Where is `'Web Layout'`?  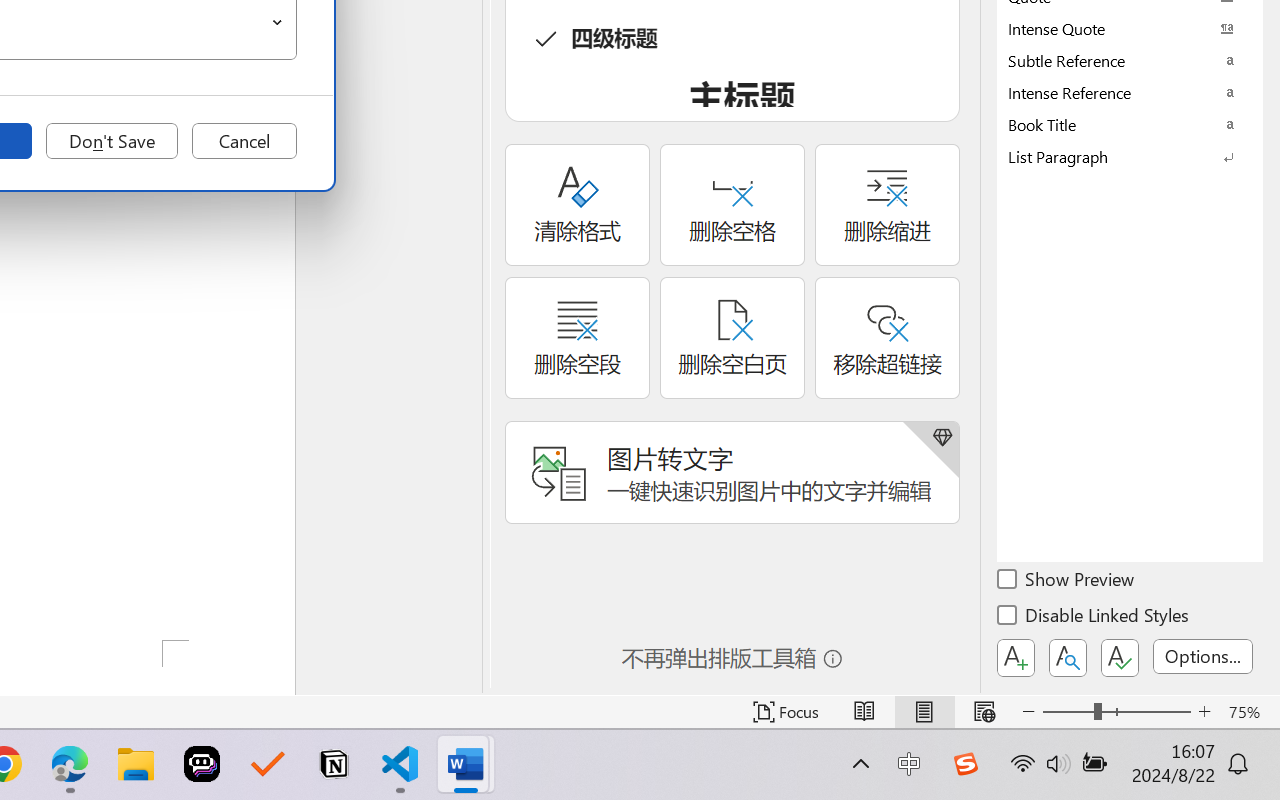
'Web Layout' is located at coordinates (984, 711).